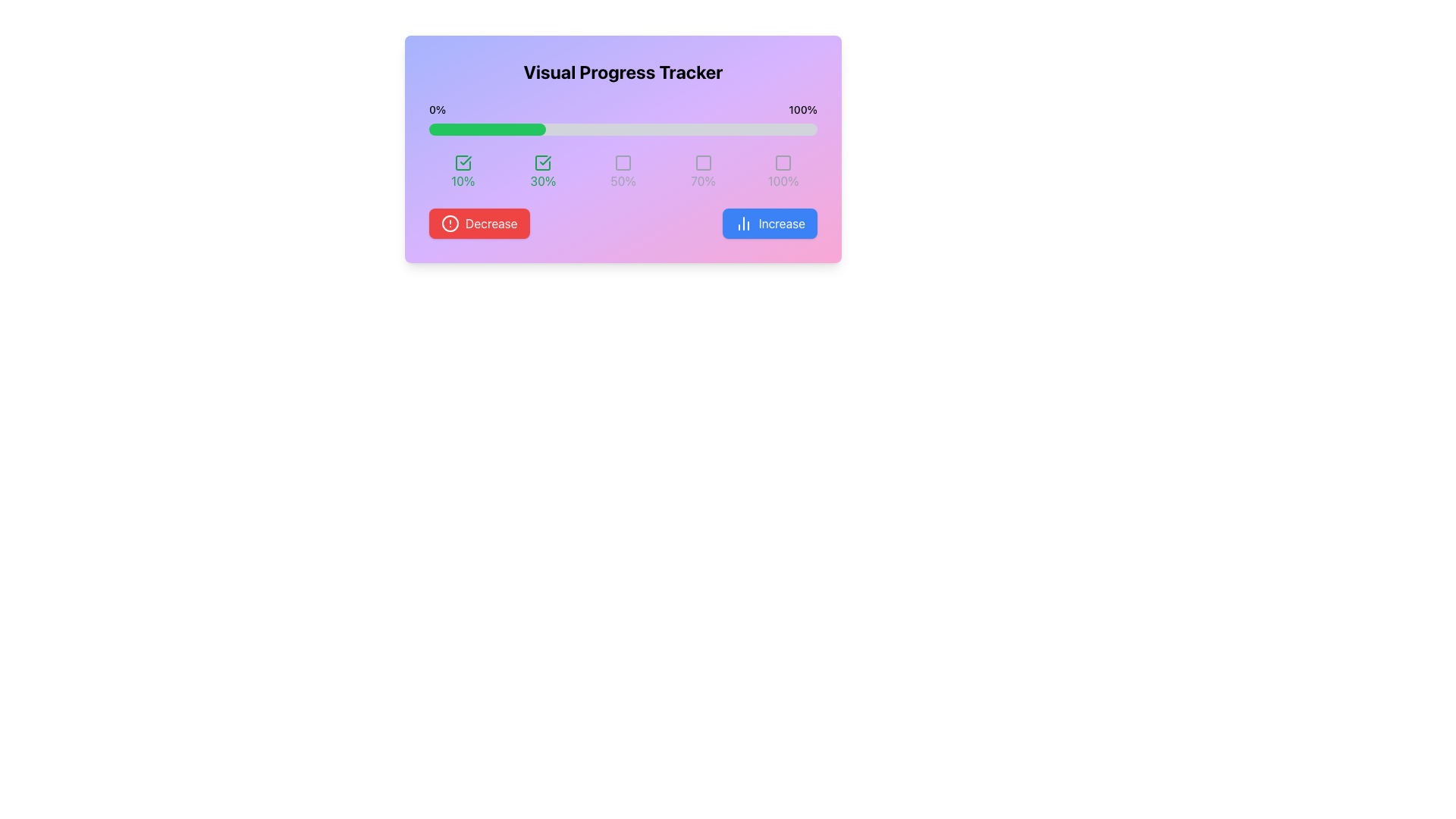 This screenshot has height=819, width=1456. I want to click on the third progress item in the grid layout of the 'Visual Progress Tracker', which displays '50%', so click(623, 171).